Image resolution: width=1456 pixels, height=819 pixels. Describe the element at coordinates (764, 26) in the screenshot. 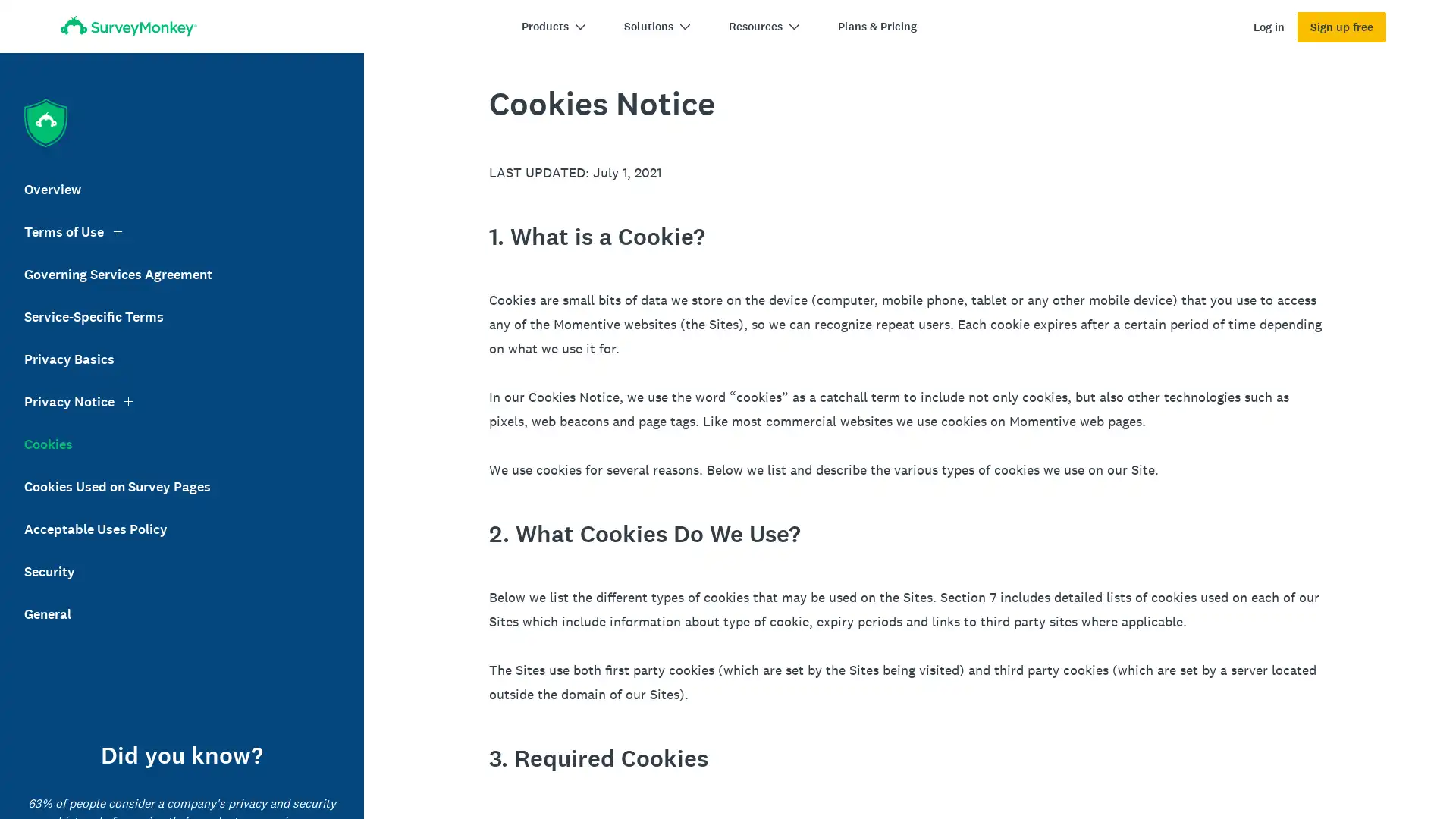

I see `Resources chevron-down` at that location.